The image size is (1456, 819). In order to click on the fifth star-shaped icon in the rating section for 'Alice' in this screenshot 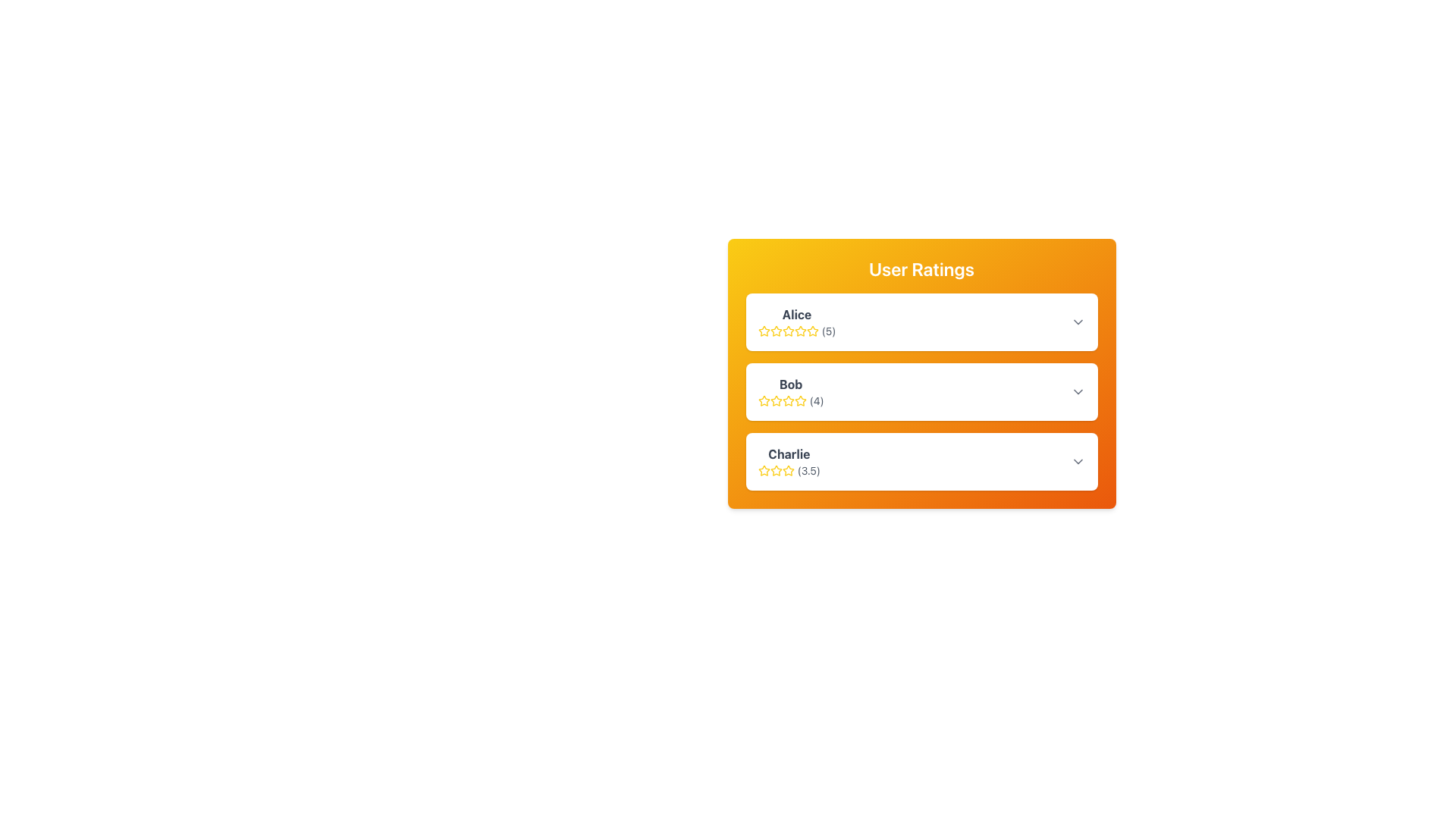, I will do `click(799, 330)`.